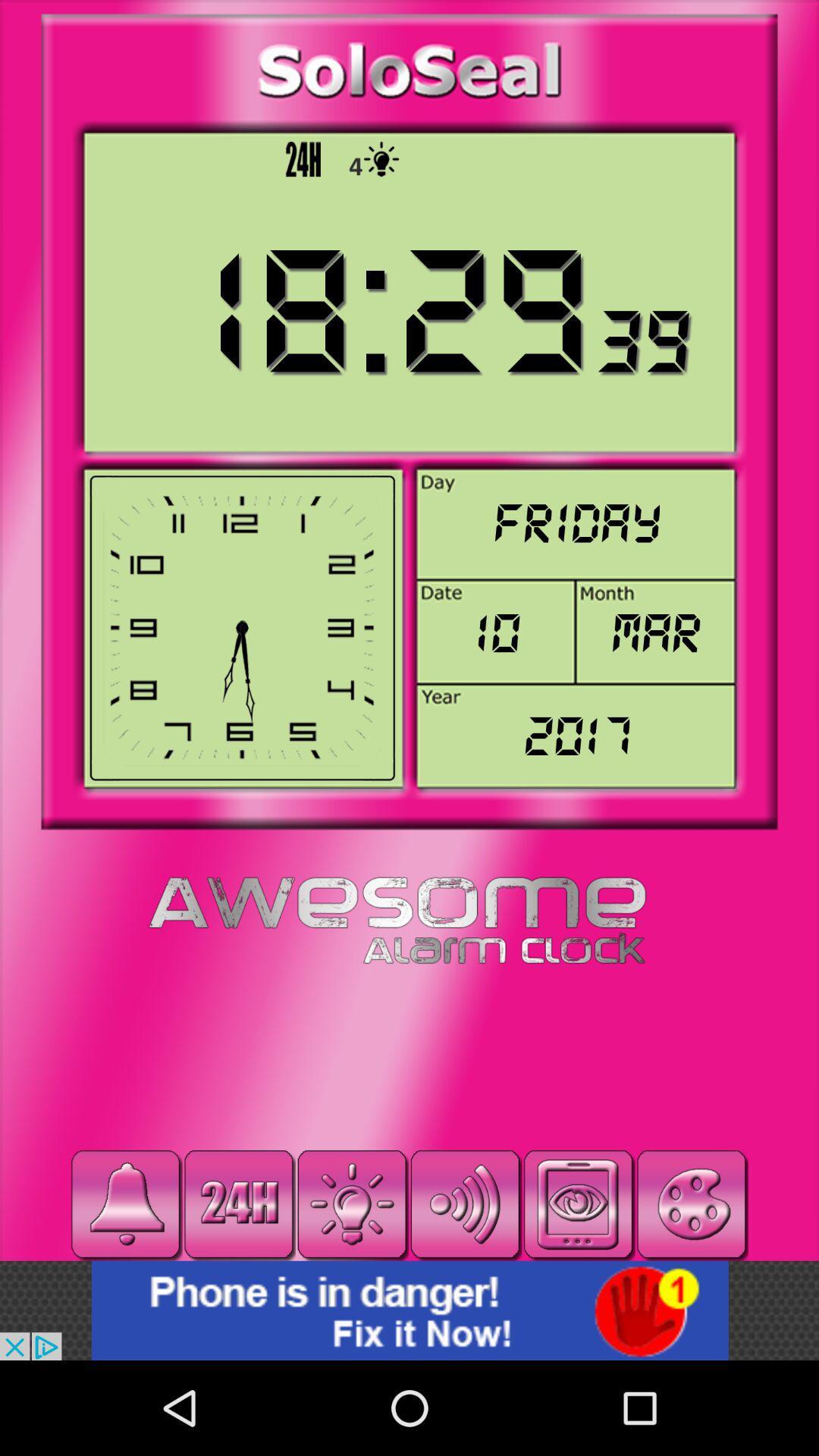 Image resolution: width=819 pixels, height=1456 pixels. I want to click on option to dim backlight or set it to automatic brightness, so click(352, 1203).